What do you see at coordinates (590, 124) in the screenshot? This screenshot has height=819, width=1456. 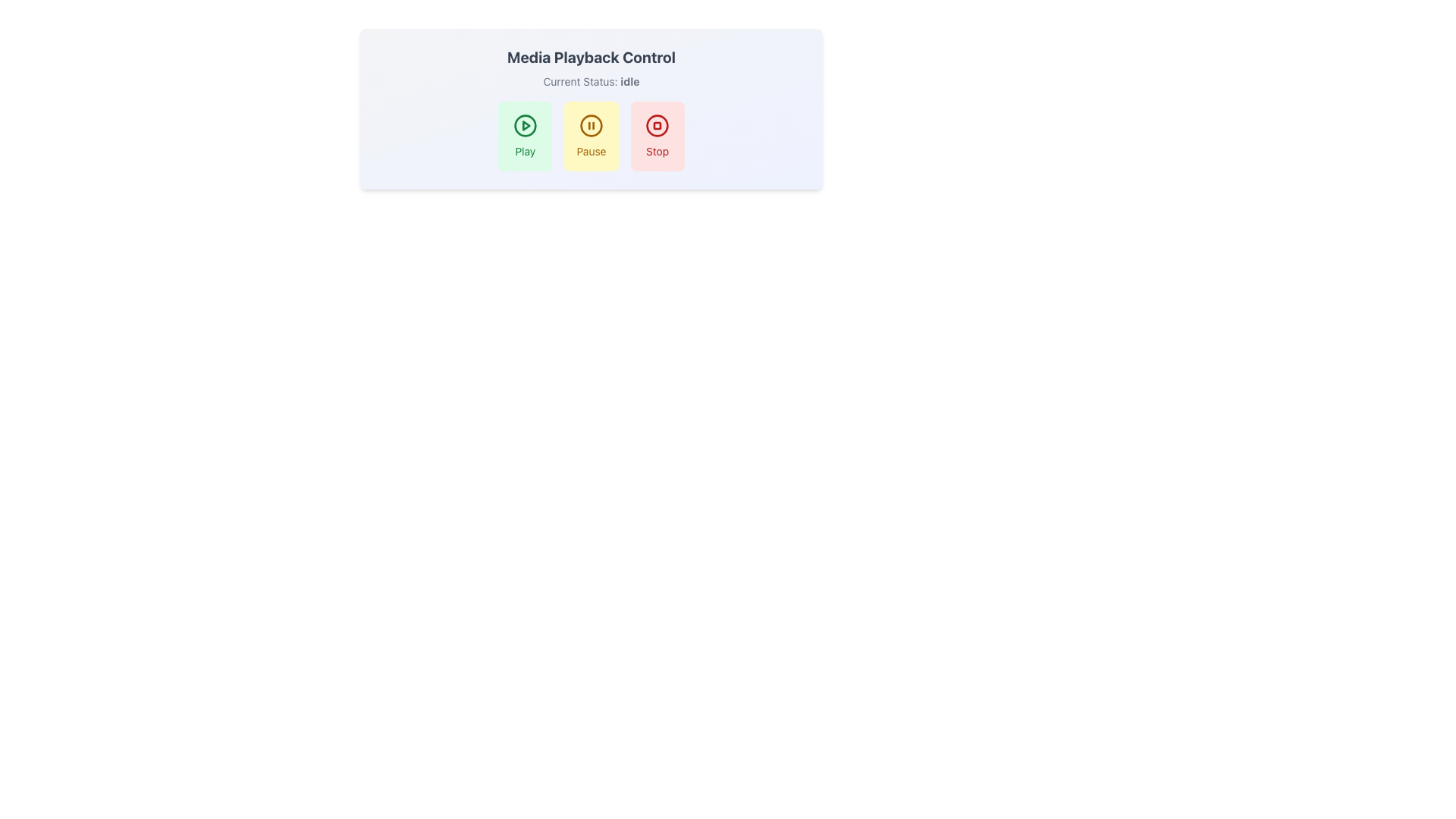 I see `the circular pause icon with a yellow background and two vertical bars in the center, located in the middle of the 'Pause' button group under 'Media Playback Control'` at bounding box center [590, 124].